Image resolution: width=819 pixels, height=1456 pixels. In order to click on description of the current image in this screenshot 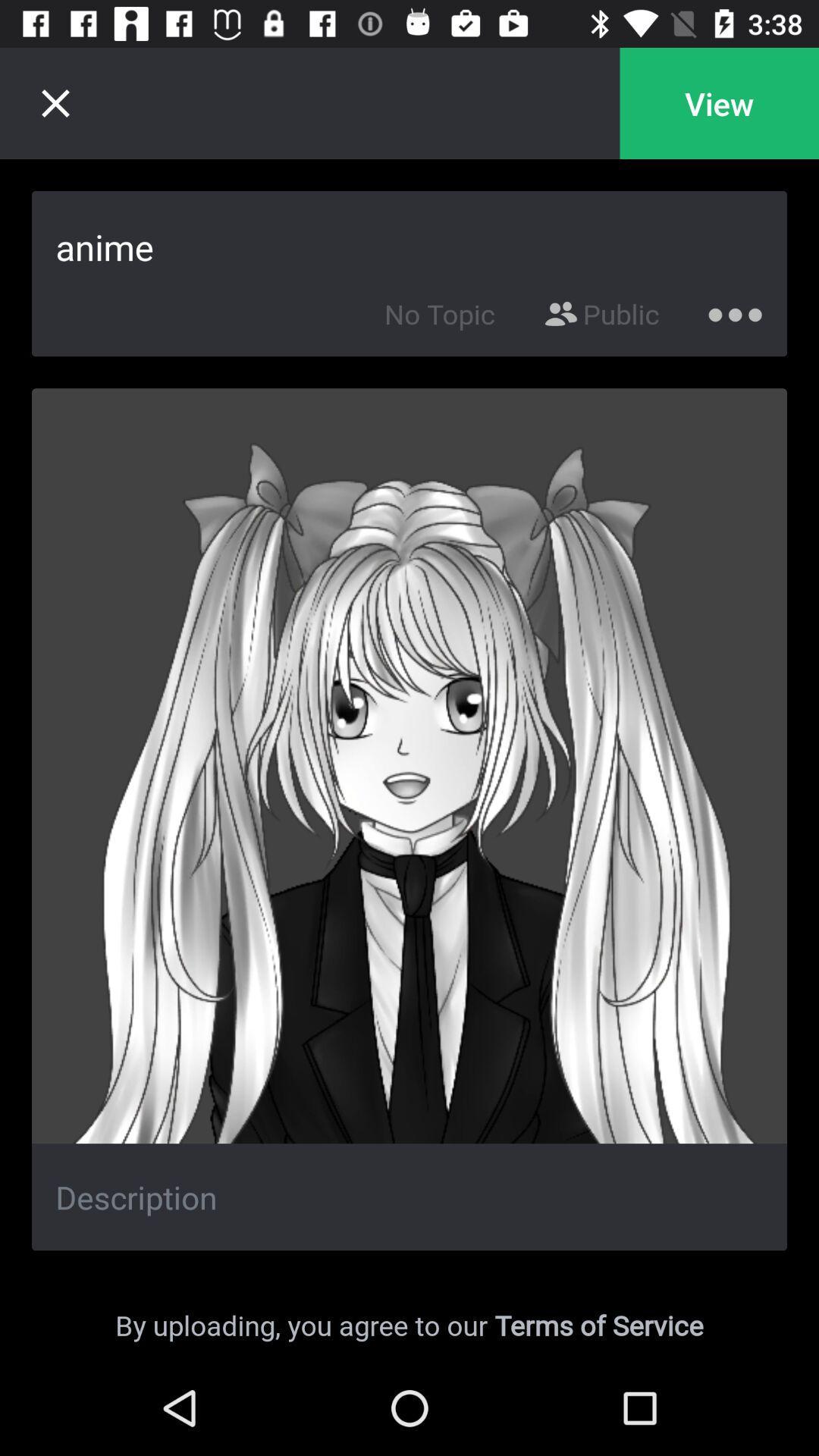, I will do `click(409, 1196)`.